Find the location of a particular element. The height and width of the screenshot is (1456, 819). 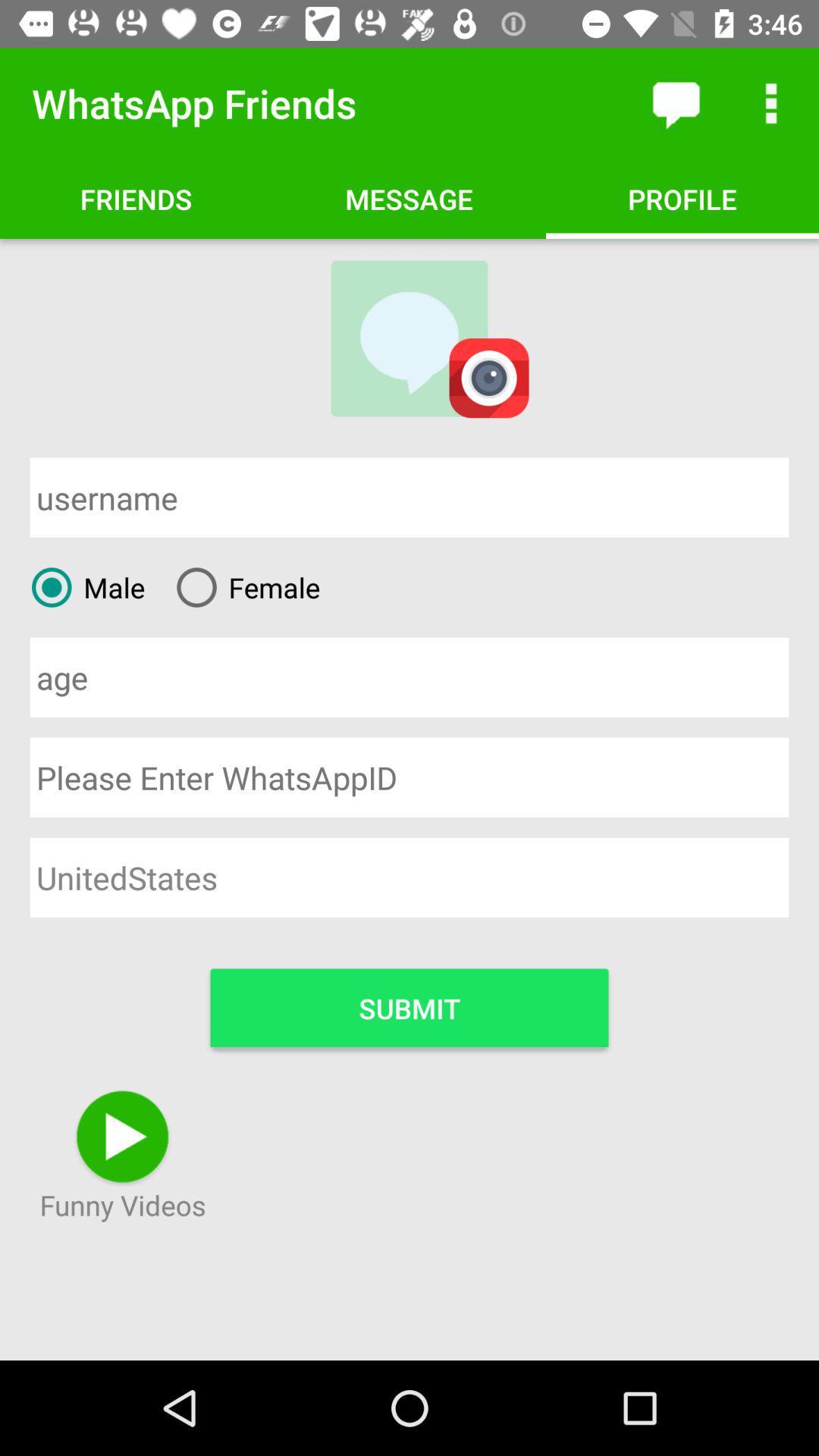

the item above the profile icon is located at coordinates (771, 102).